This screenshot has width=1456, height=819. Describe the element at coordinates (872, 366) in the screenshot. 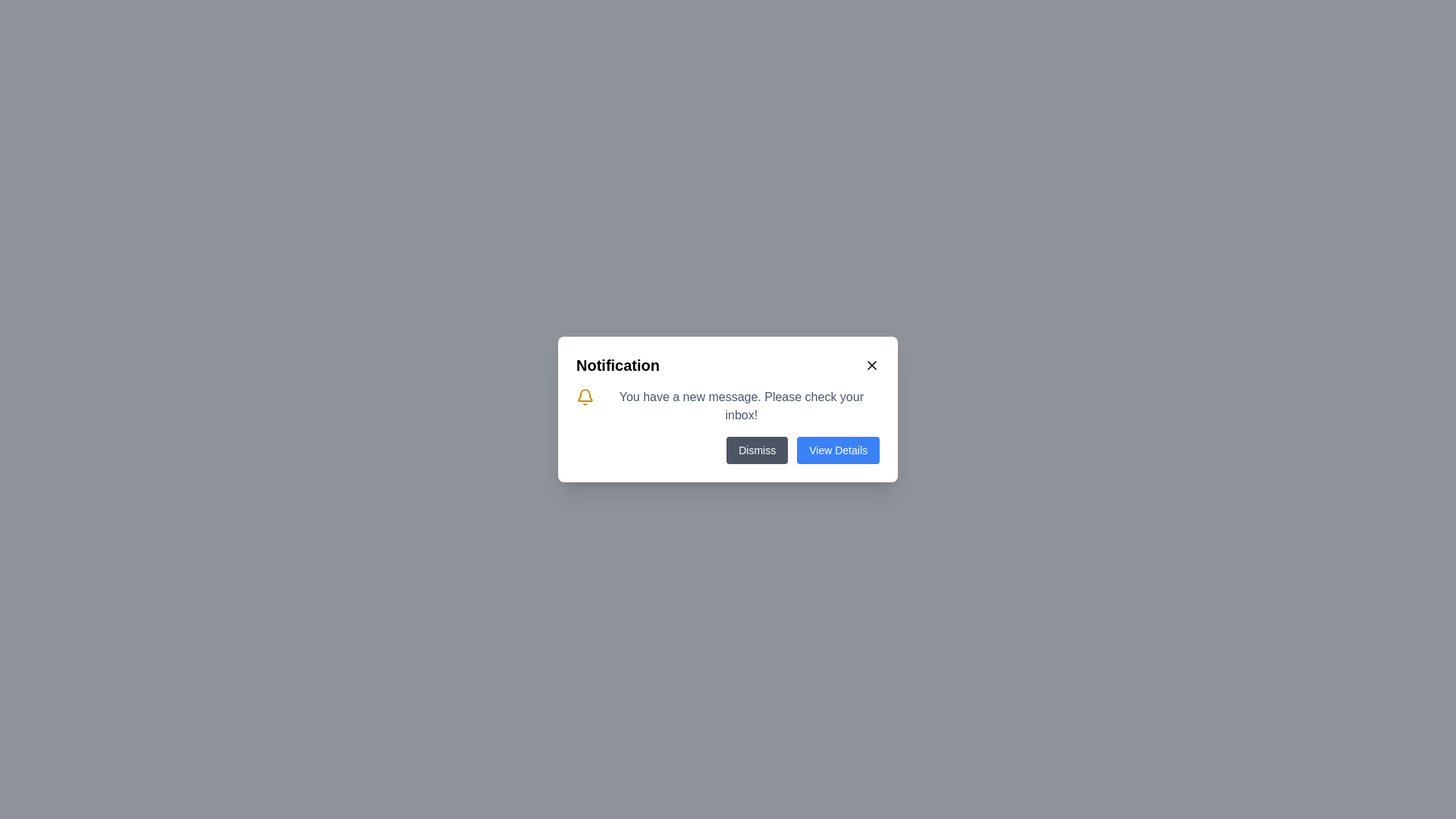

I see `the Close/Dismiss button styled as an SVG graphic located at the top-right corner of the notification box` at that location.